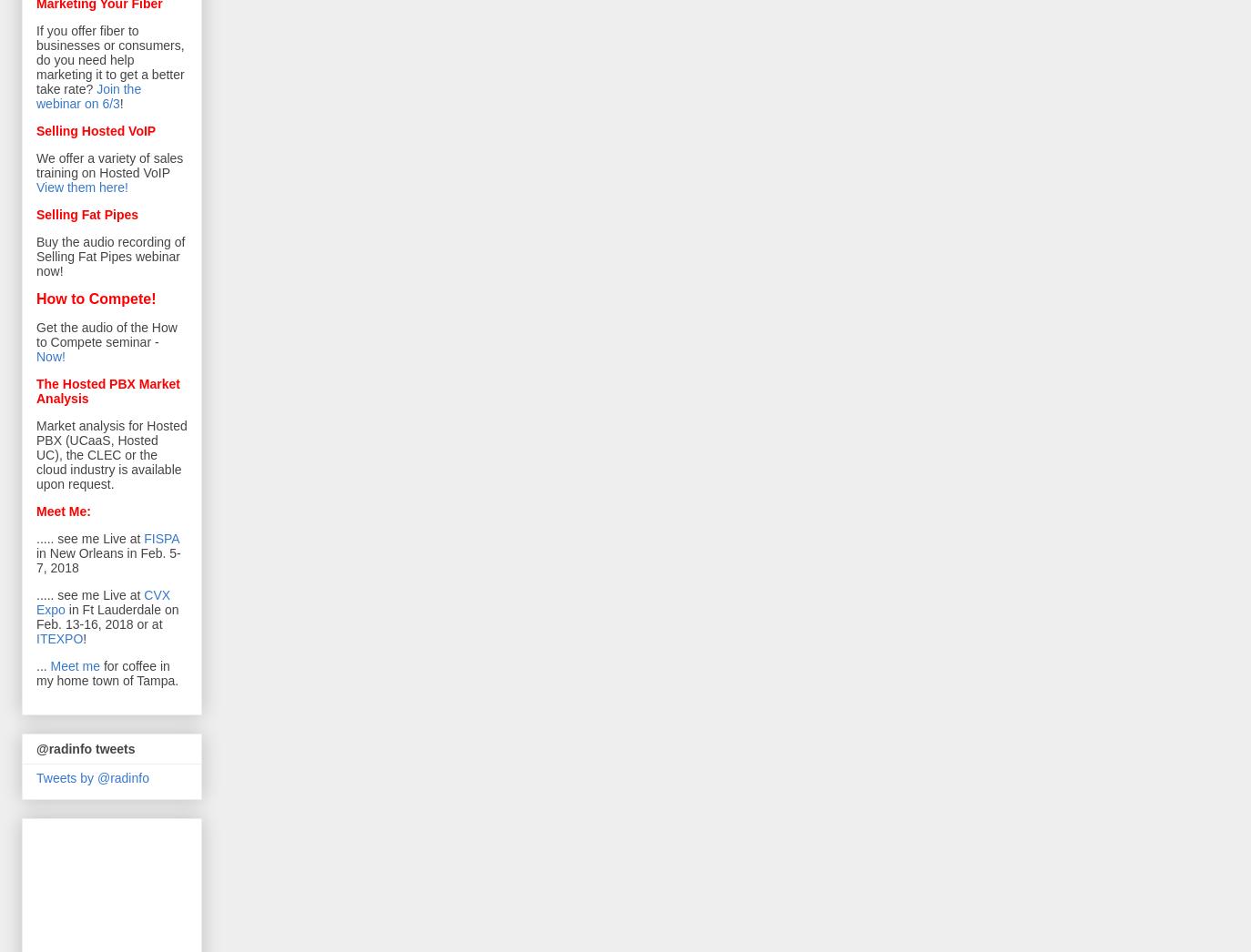 This screenshot has width=1251, height=952. Describe the element at coordinates (107, 560) in the screenshot. I see `'in New Orleans in Feb. 5-7, 2018'` at that location.